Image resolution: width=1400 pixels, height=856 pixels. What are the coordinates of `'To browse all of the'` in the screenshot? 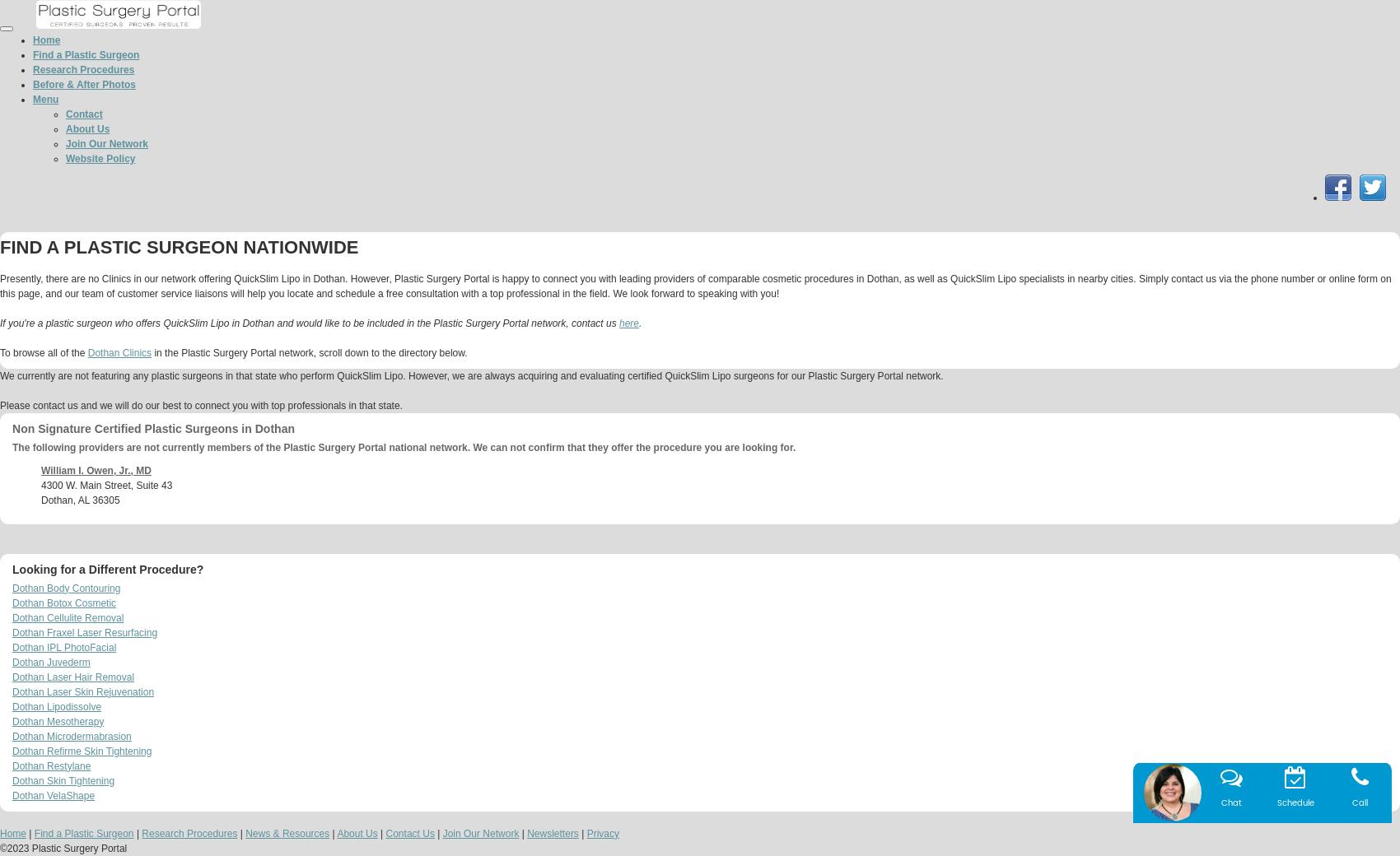 It's located at (44, 351).